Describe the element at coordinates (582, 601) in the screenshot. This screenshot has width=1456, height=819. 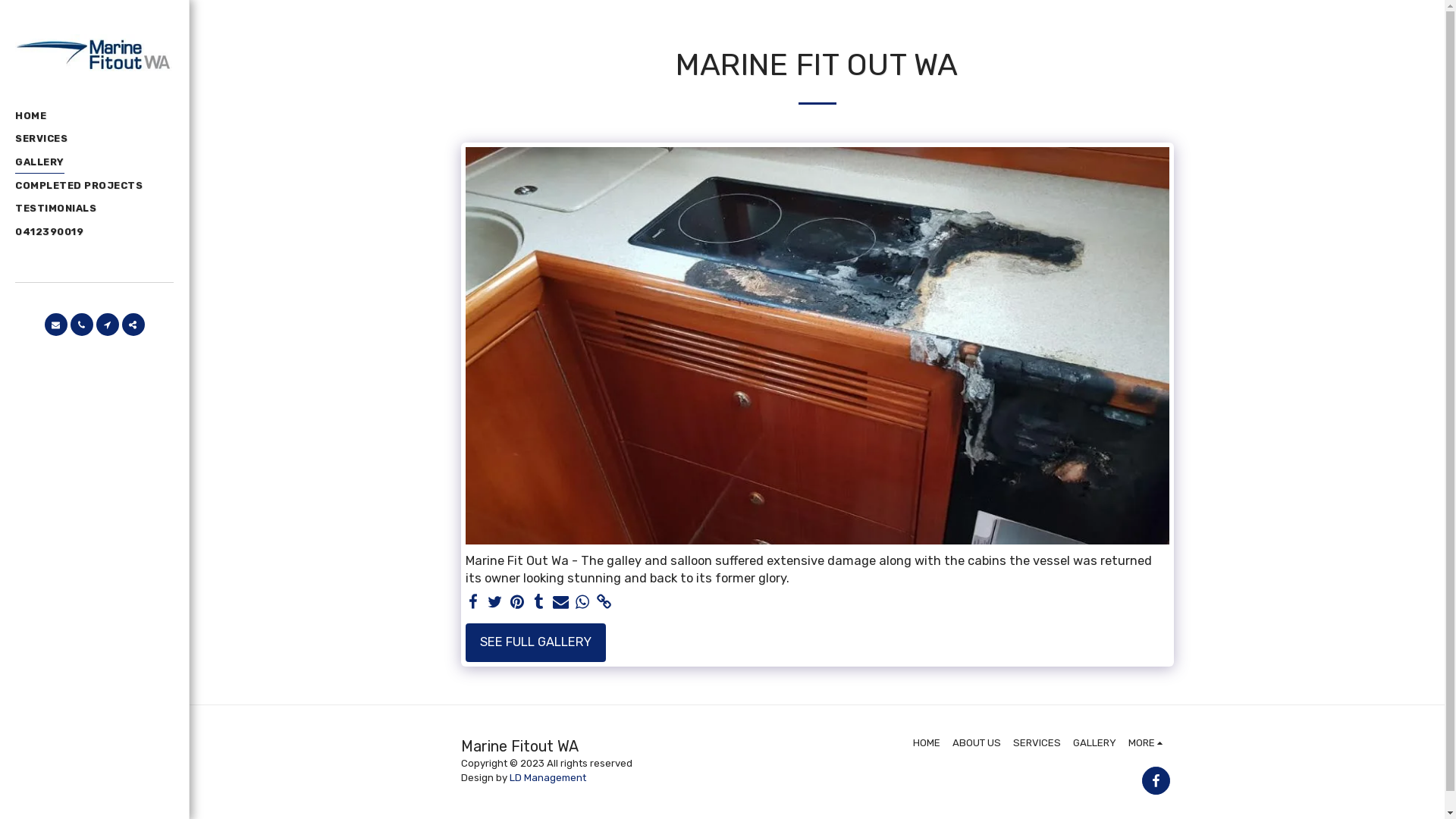
I see `' '` at that location.